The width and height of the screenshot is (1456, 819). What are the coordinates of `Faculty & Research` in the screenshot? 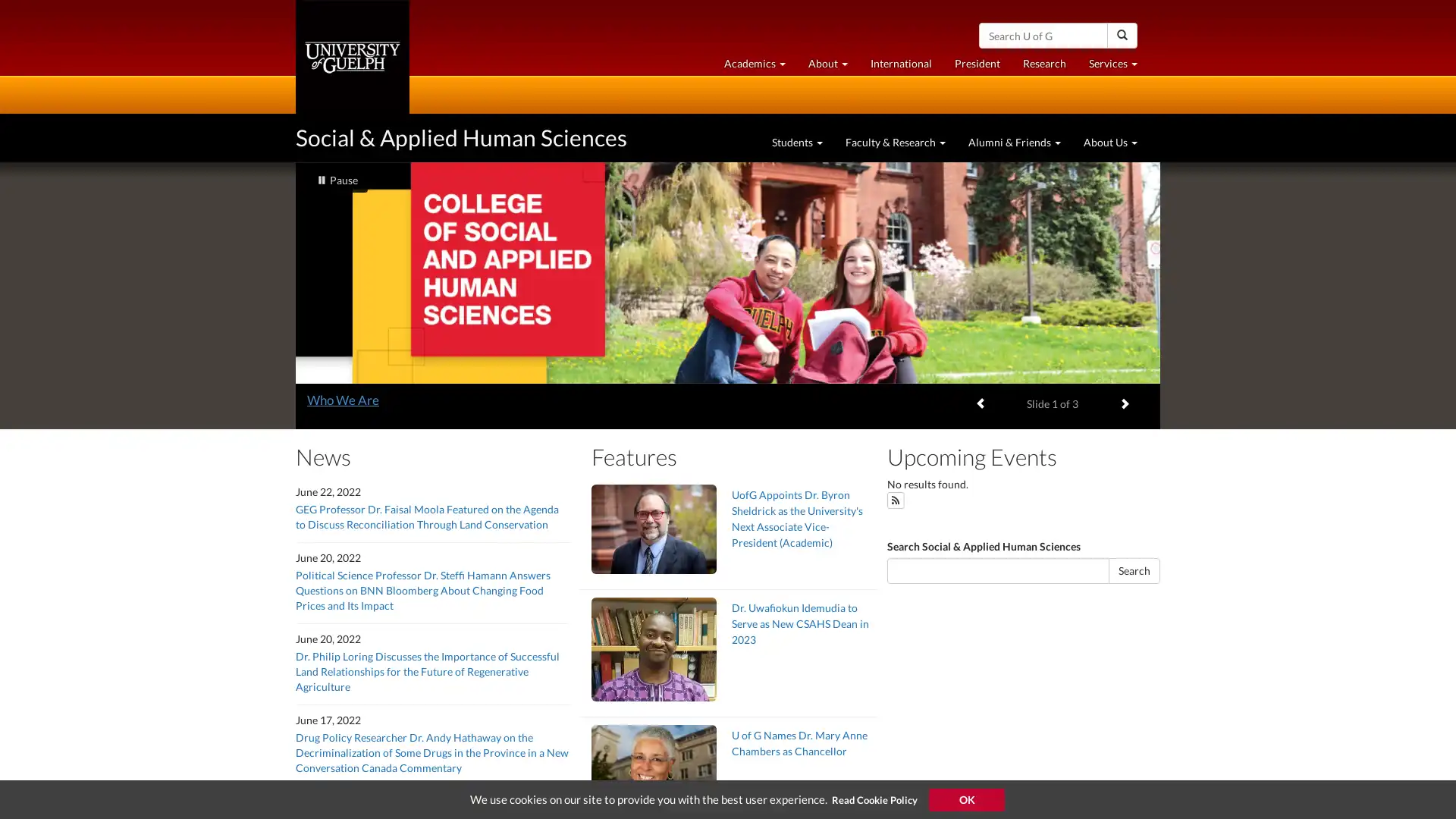 It's located at (895, 143).